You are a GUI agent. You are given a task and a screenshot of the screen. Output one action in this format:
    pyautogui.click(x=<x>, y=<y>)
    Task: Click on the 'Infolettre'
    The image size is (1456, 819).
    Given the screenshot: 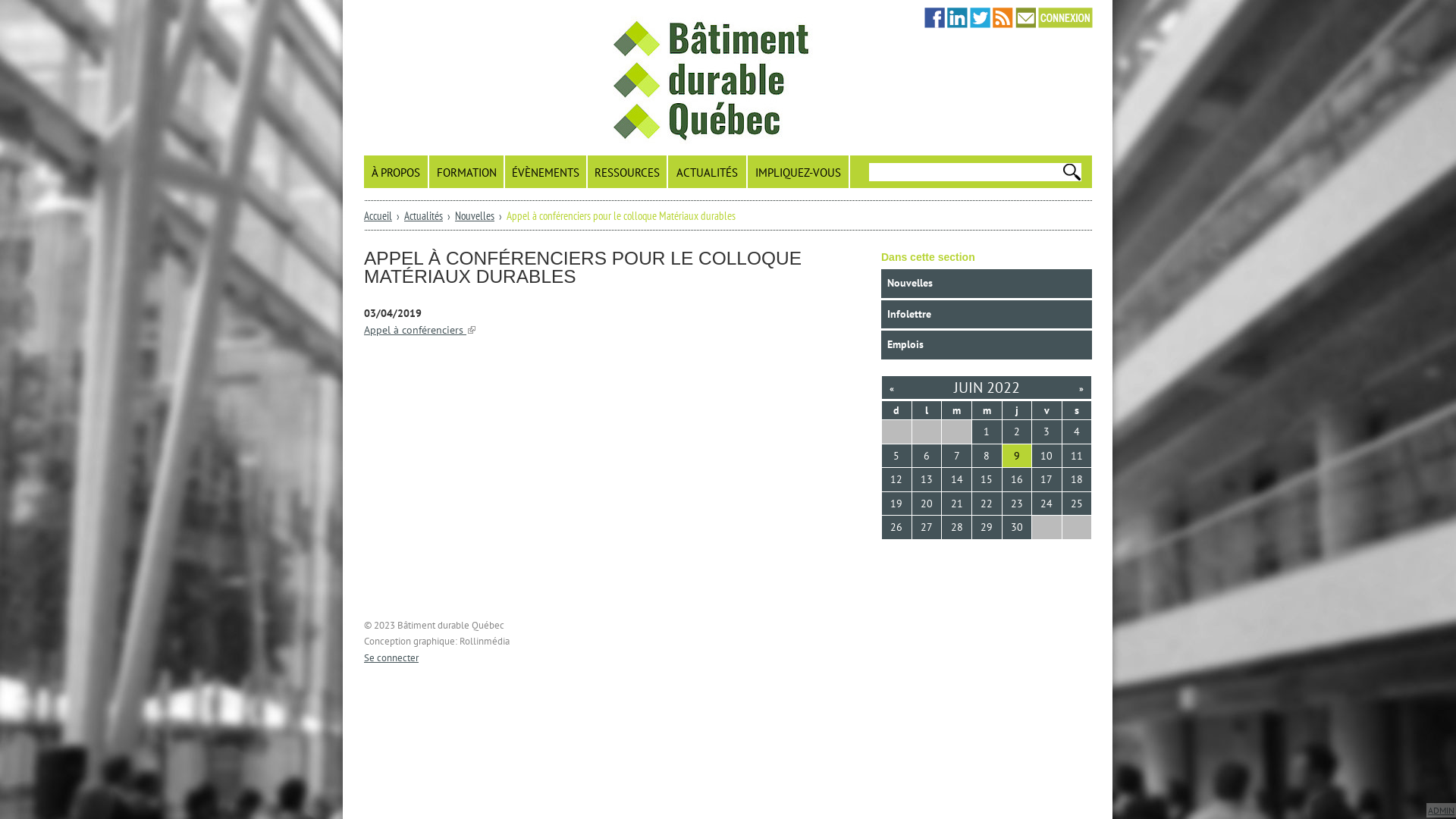 What is the action you would take?
    pyautogui.click(x=880, y=314)
    